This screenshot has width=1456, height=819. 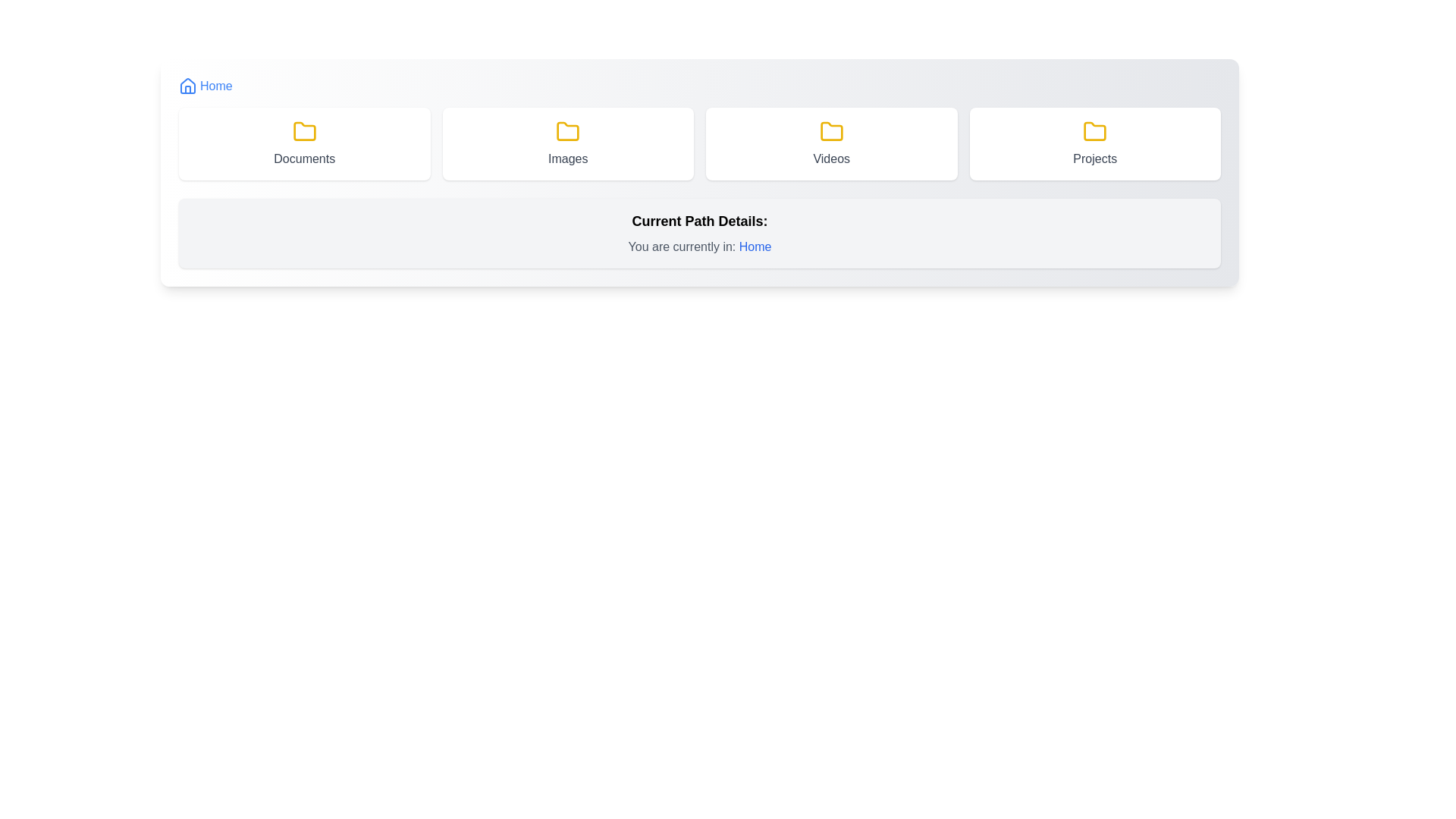 I want to click on the static label text reading 'Videos' that is styled with a smaller font size and gray text color, positioned below a yellow folder icon within the third folder icon-card in a horizontal row, so click(x=830, y=158).